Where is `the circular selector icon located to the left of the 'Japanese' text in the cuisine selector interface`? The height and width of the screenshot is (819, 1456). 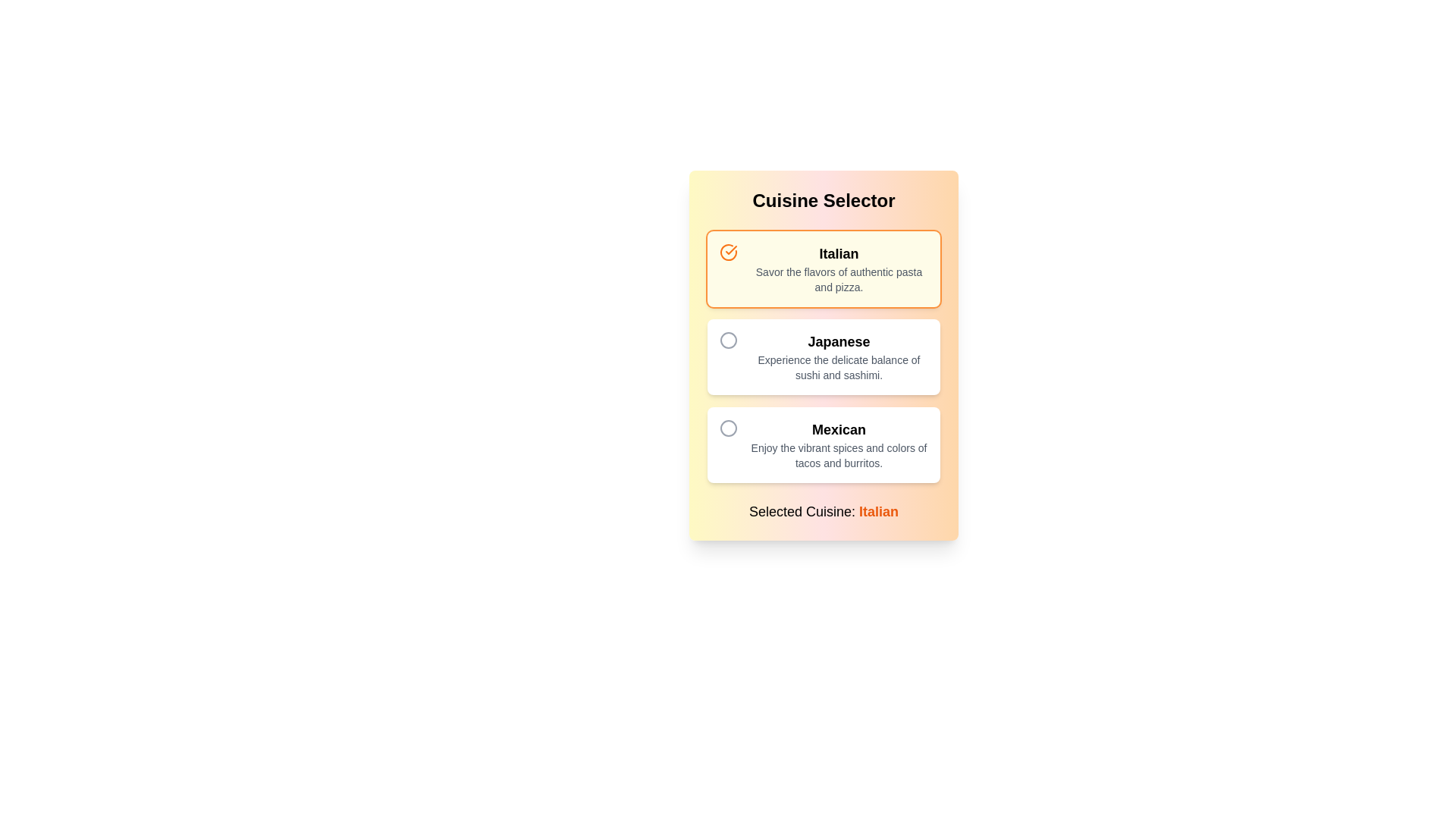 the circular selector icon located to the left of the 'Japanese' text in the cuisine selector interface is located at coordinates (728, 339).